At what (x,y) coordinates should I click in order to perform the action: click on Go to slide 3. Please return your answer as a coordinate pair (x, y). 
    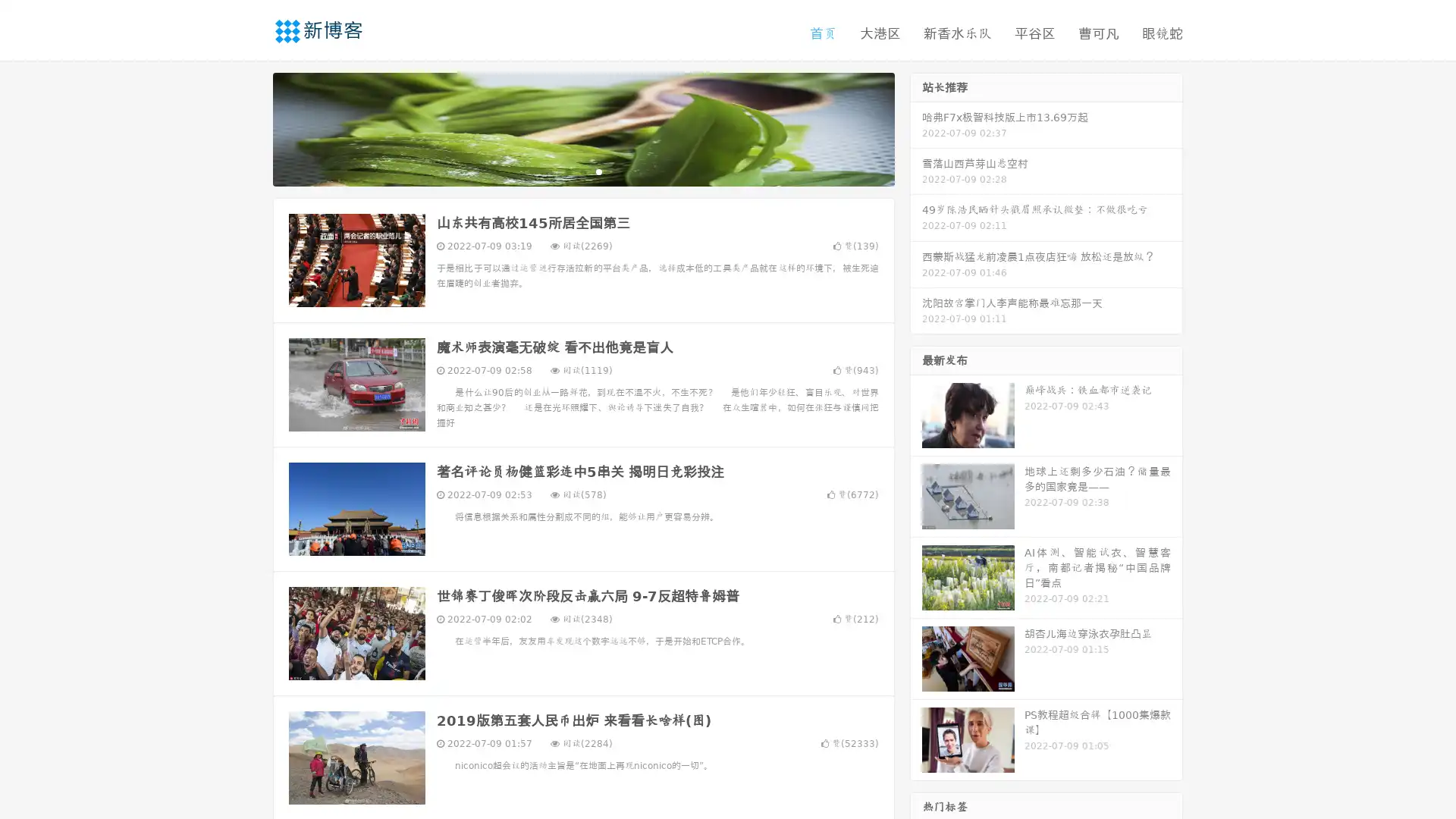
    Looking at the image, I should click on (598, 171).